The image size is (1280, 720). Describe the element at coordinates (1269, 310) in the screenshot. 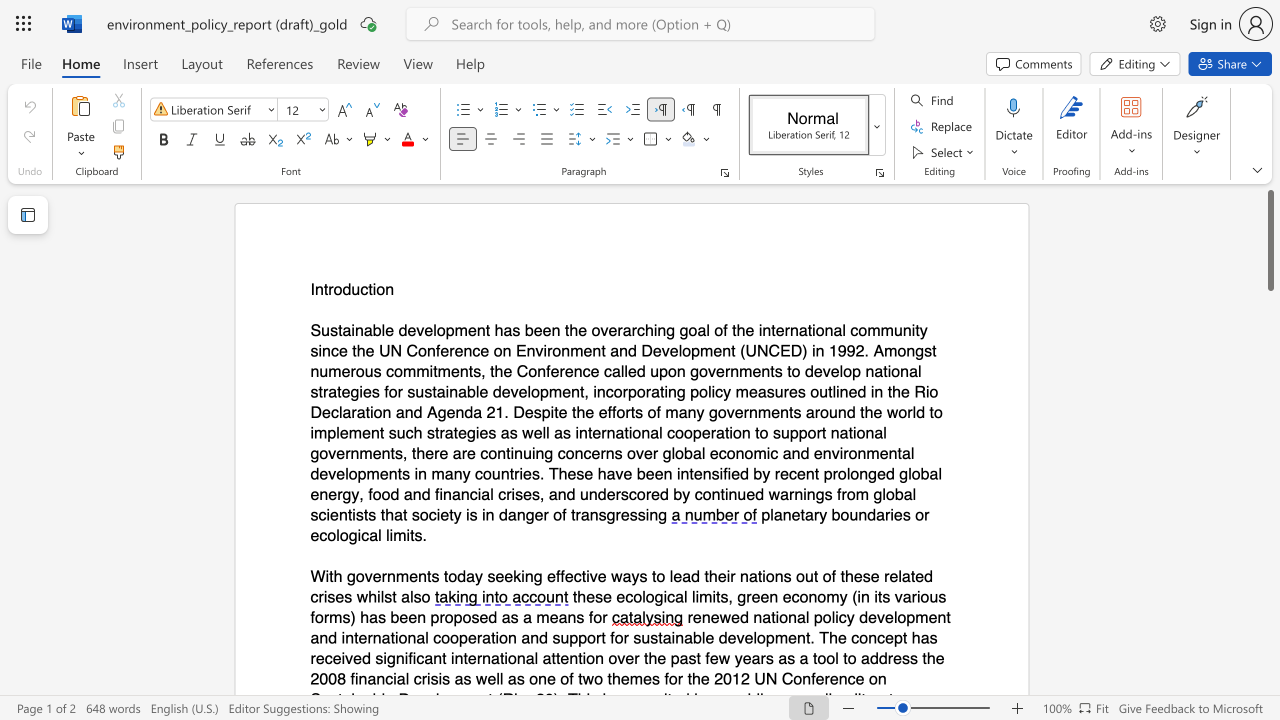

I see `the scrollbar on the right` at that location.